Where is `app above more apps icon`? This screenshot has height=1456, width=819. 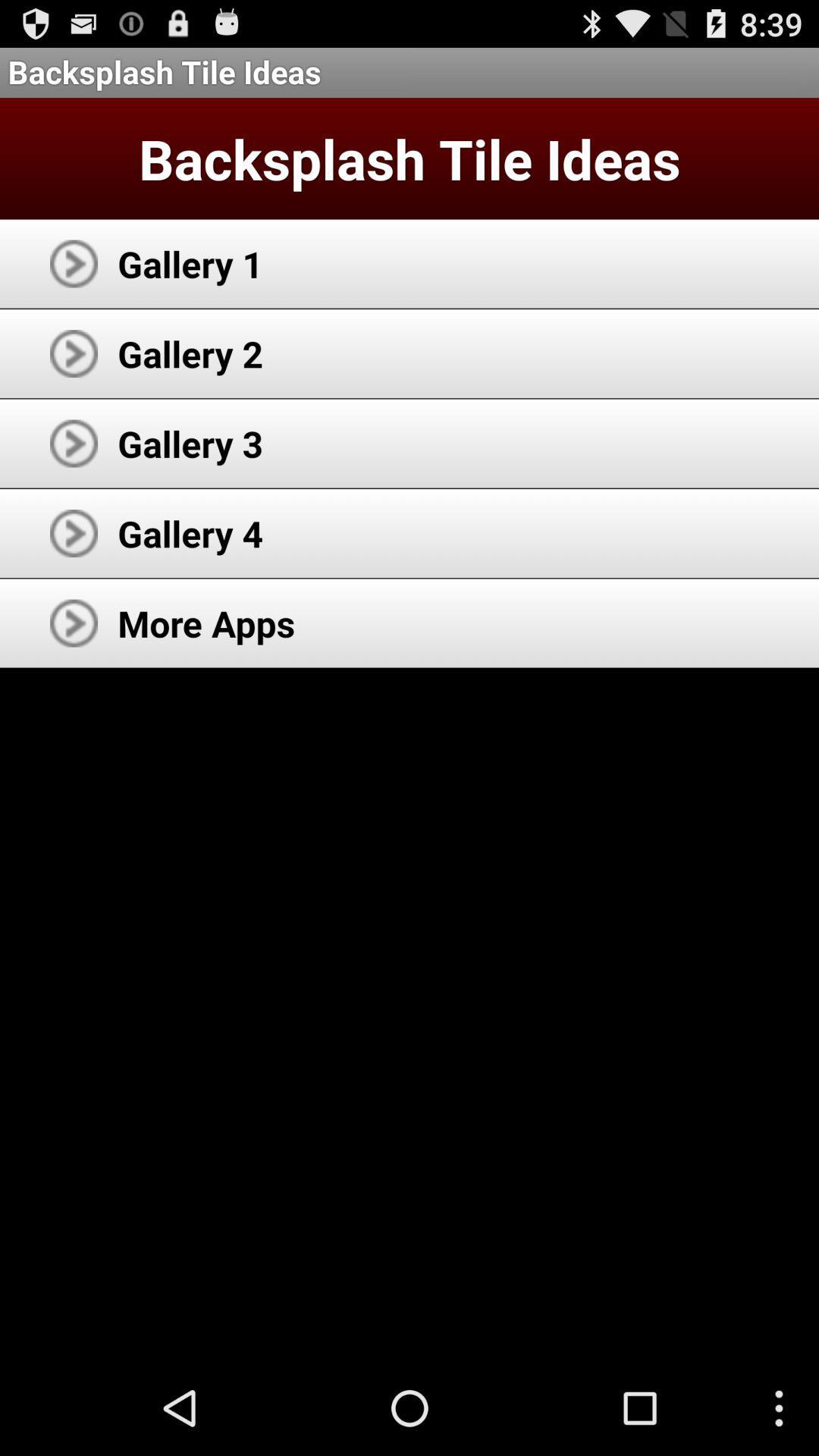
app above more apps icon is located at coordinates (190, 533).